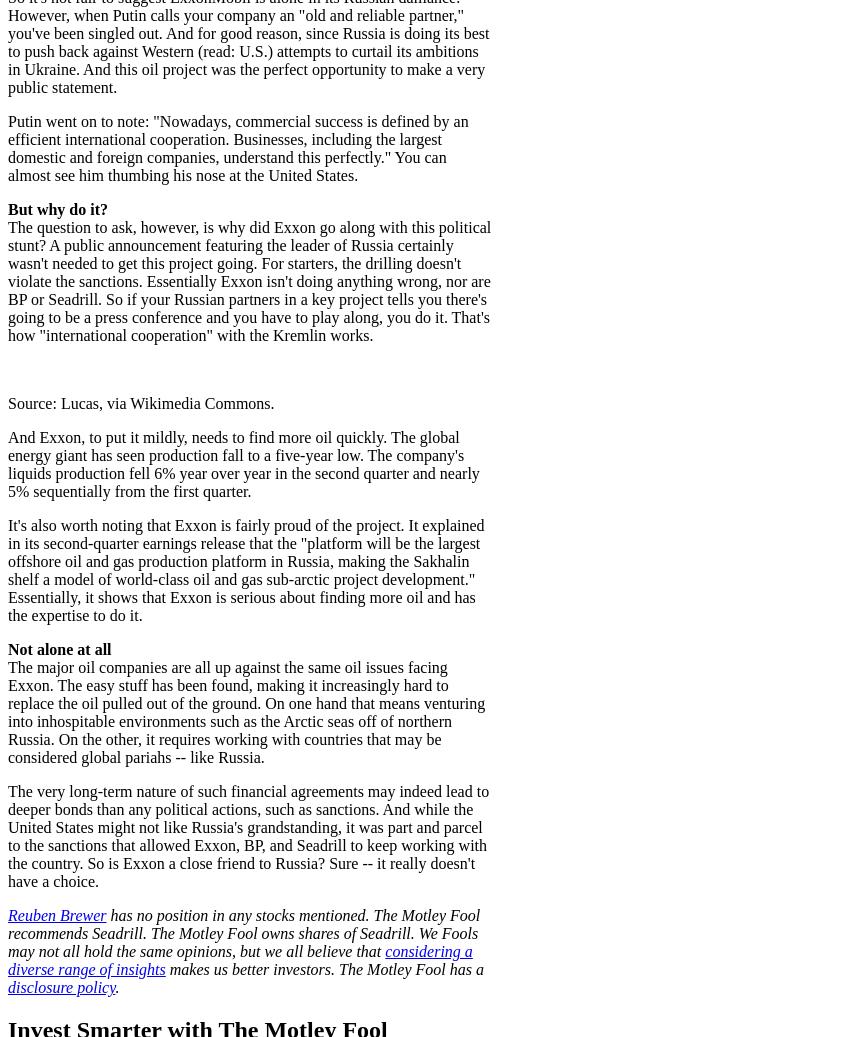  What do you see at coordinates (247, 835) in the screenshot?
I see `'The very long-term nature of such financial agreements may indeed lead to deeper bonds than any political actions, such as sanctions. And while the United States might not like Russia's grandstanding, it was part and parcel to the sanctions that allowed Exxon, BP, and Seadrill to keep working with the country. So is Exxon a close friend to Russia? Sure -- it really doesn't have a choice.'` at bounding box center [247, 835].